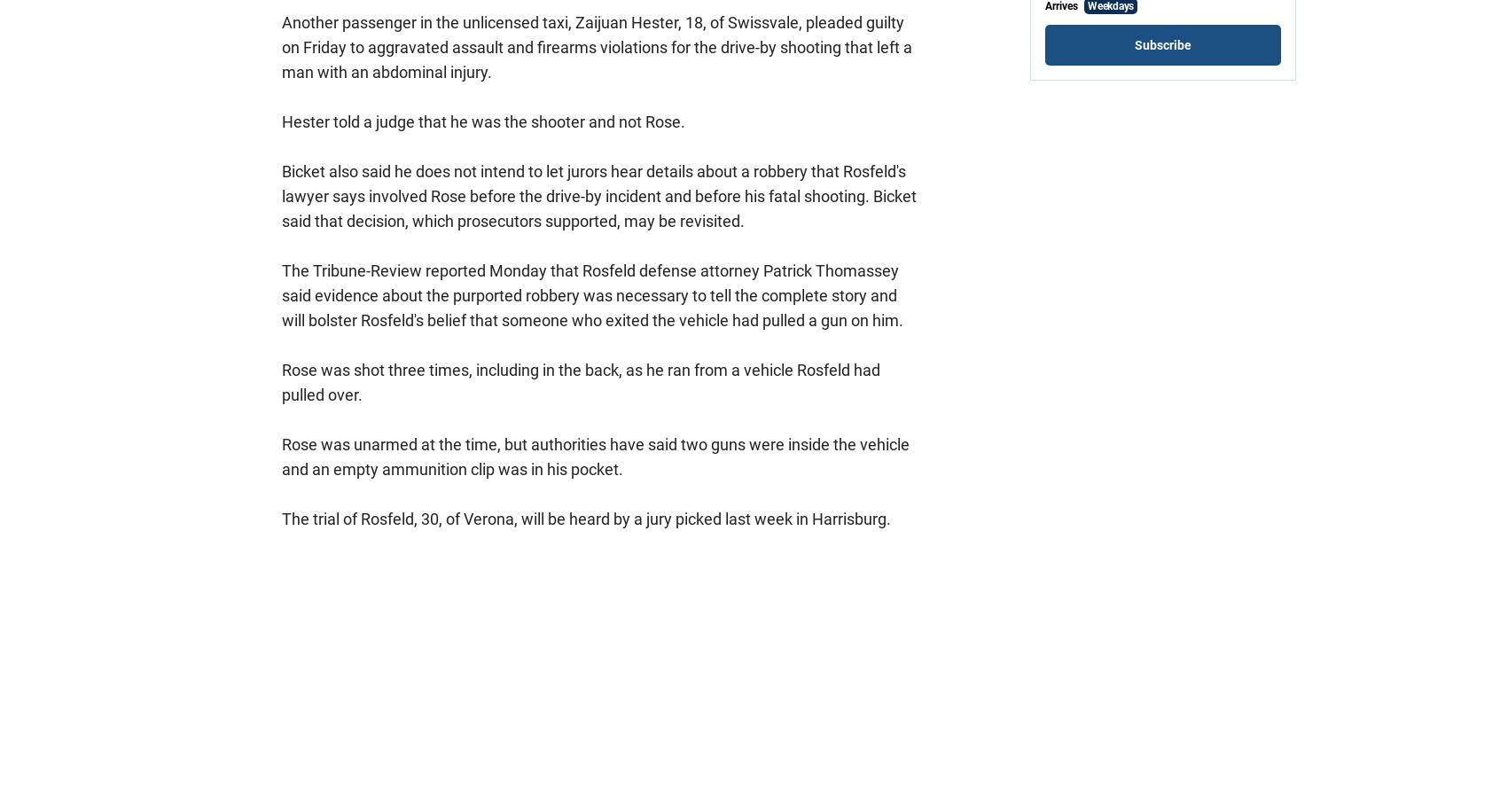 The image size is (1500, 812). I want to click on 'The trial of Rosfeld, 30, of Verona, will be heard by a jury picked last week in Harrisburg.', so click(280, 519).